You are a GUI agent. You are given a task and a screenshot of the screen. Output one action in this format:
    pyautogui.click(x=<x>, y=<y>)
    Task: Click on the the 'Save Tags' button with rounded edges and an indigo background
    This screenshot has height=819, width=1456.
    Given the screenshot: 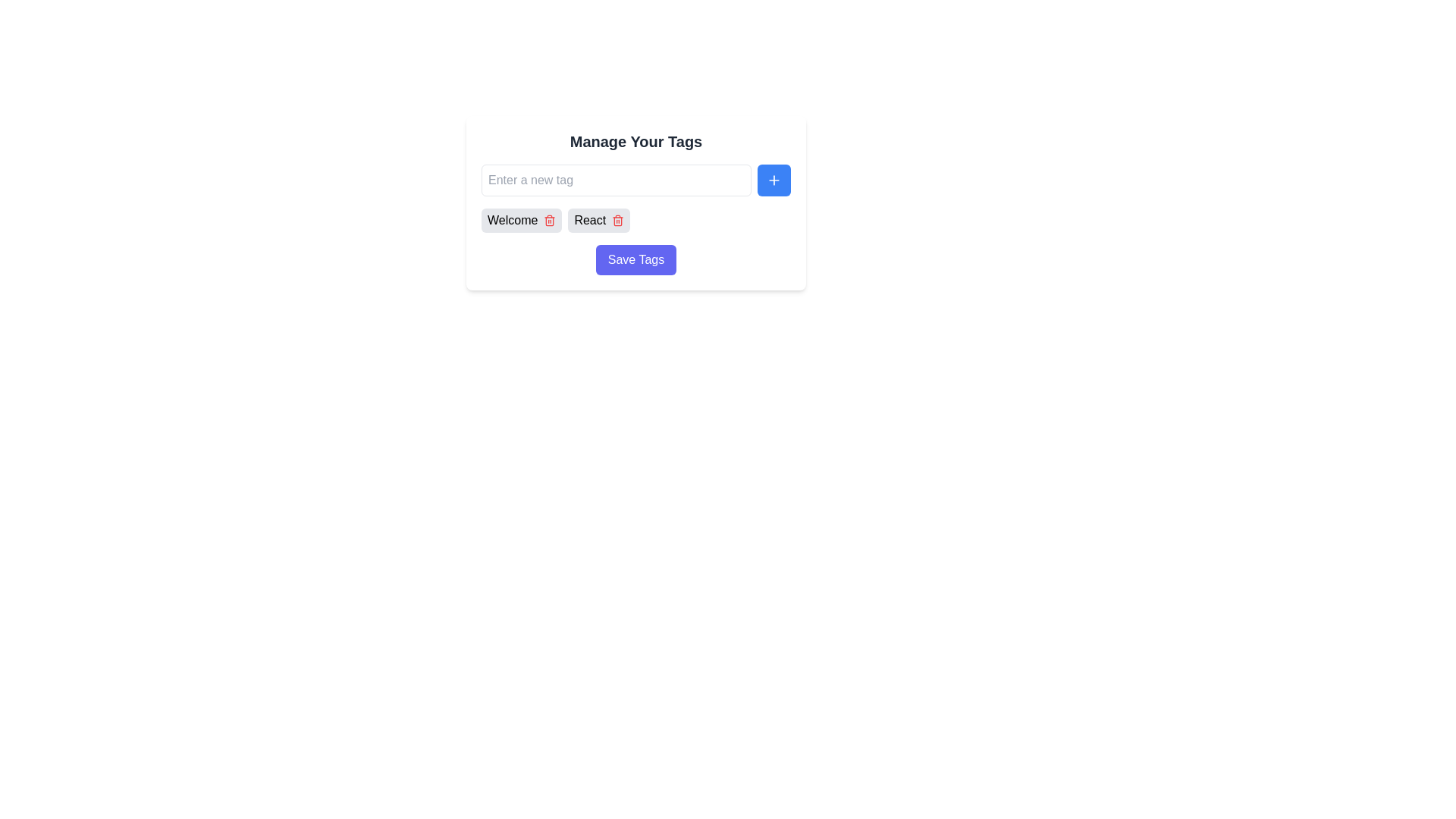 What is the action you would take?
    pyautogui.click(x=636, y=259)
    